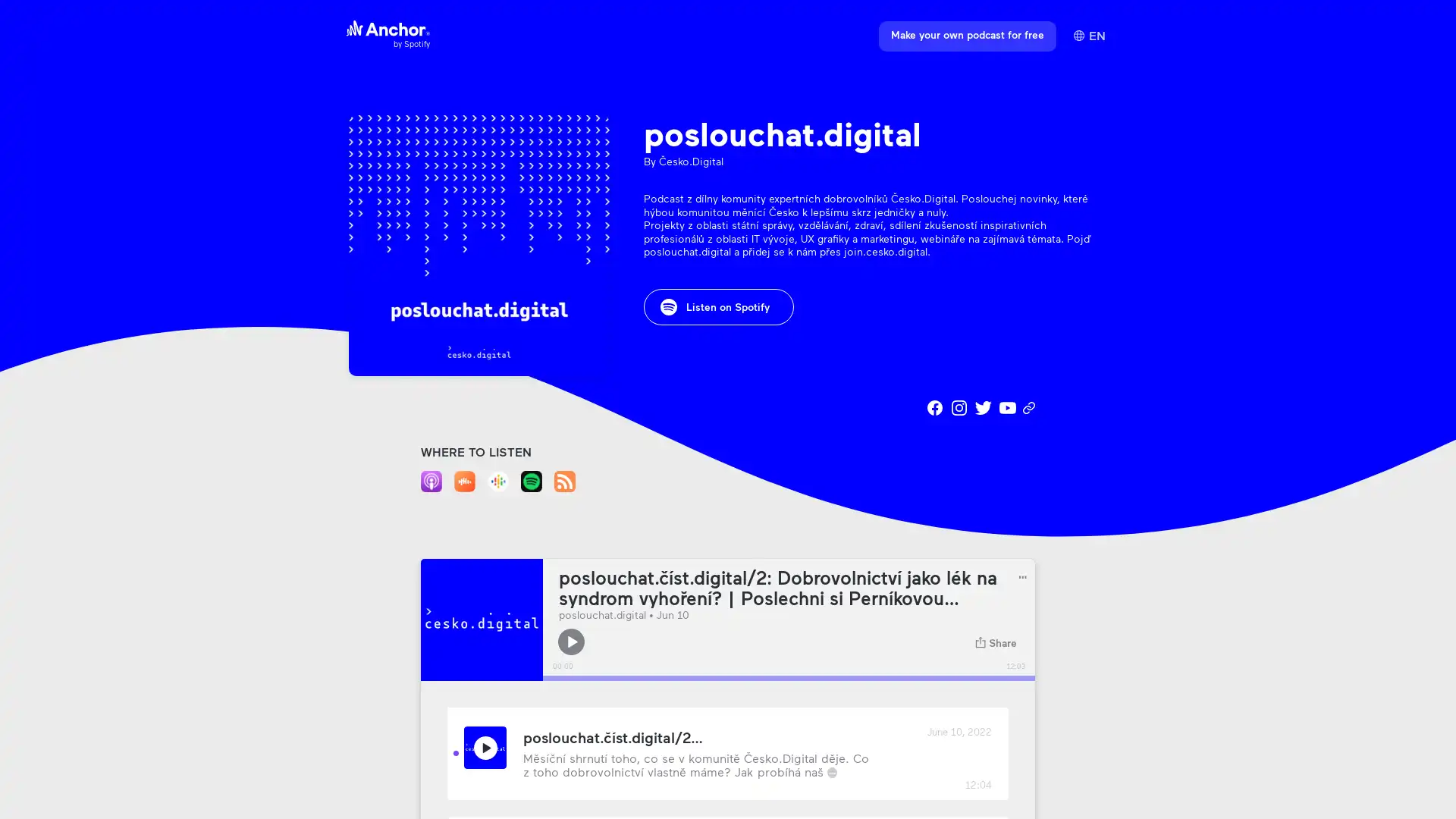 This screenshot has height=819, width=1456. Describe the element at coordinates (1088, 35) in the screenshot. I see `Globe Icon EN` at that location.